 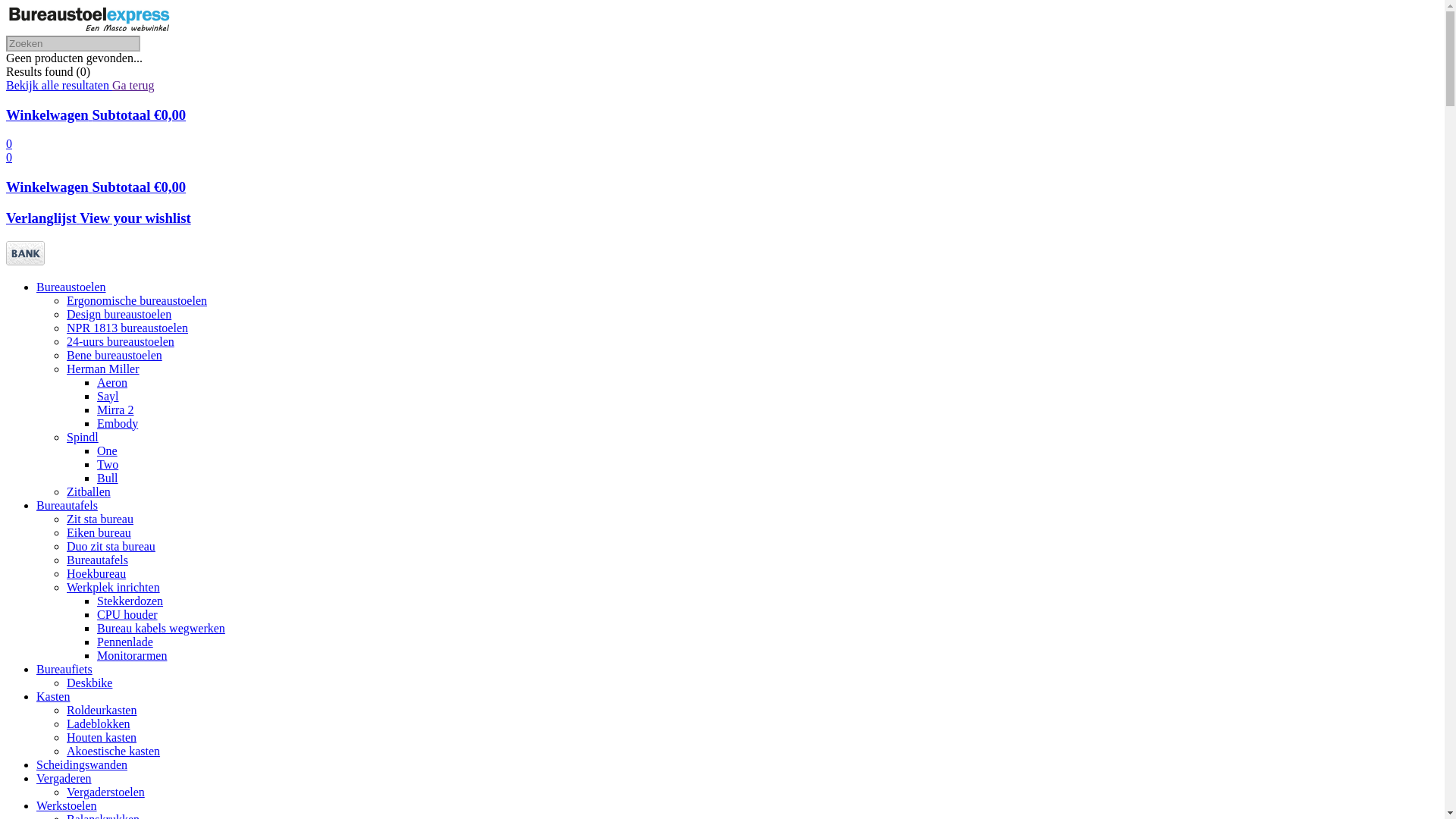 What do you see at coordinates (9, 157) in the screenshot?
I see `'0'` at bounding box center [9, 157].